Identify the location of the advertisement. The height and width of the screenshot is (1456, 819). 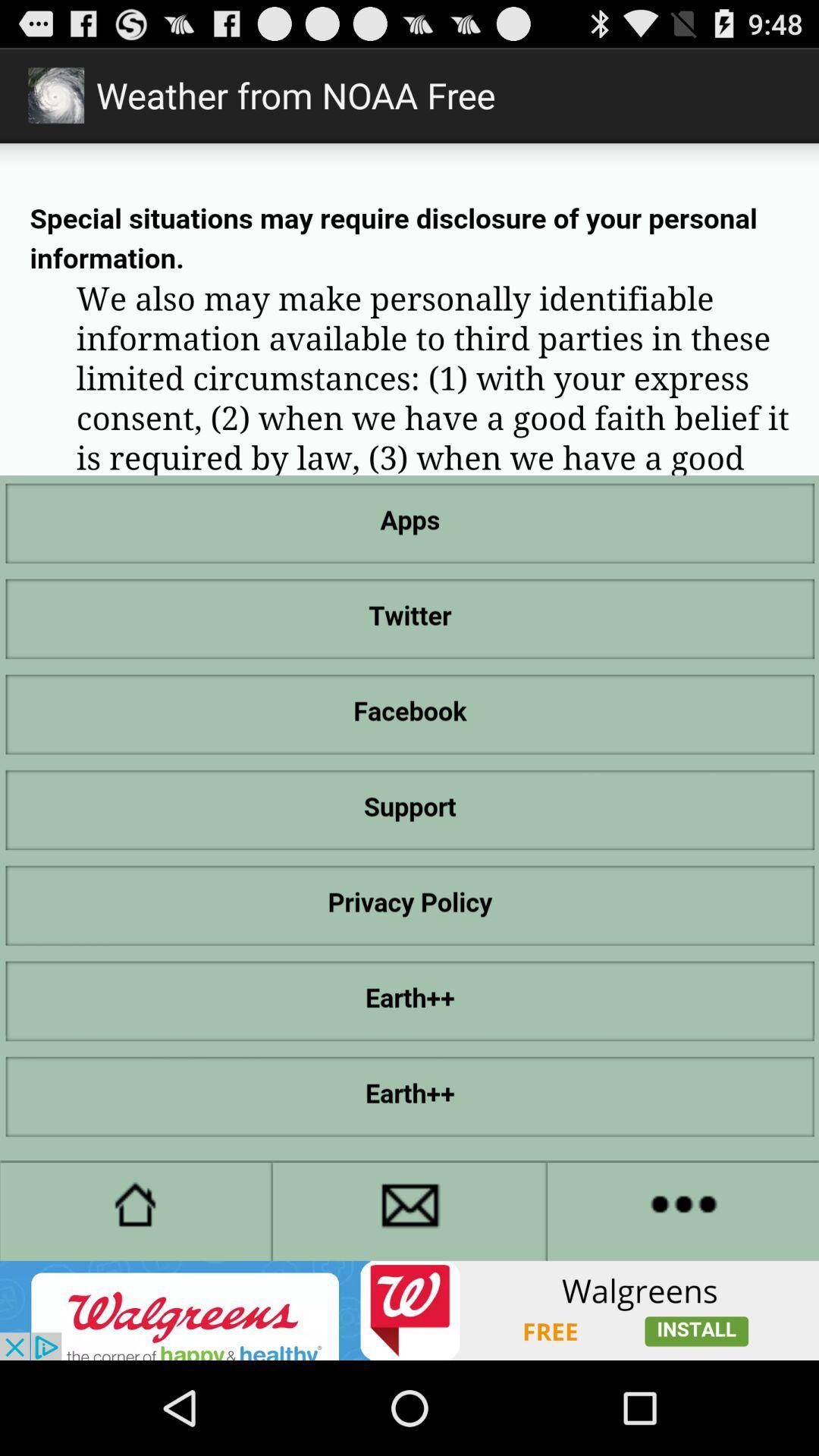
(409, 1310).